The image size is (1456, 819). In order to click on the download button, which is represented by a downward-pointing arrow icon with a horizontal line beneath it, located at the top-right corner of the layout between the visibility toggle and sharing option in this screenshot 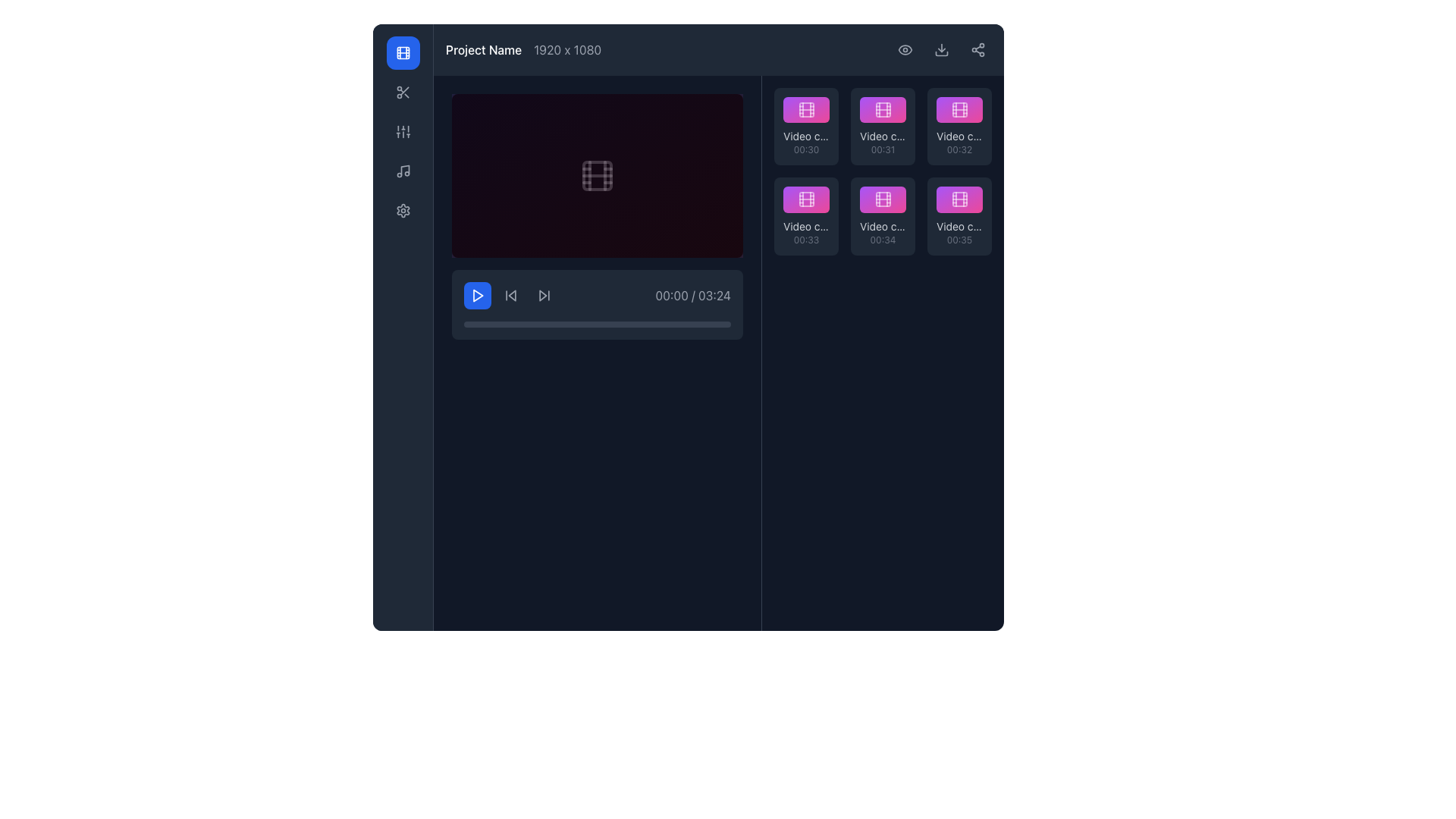, I will do `click(941, 49)`.